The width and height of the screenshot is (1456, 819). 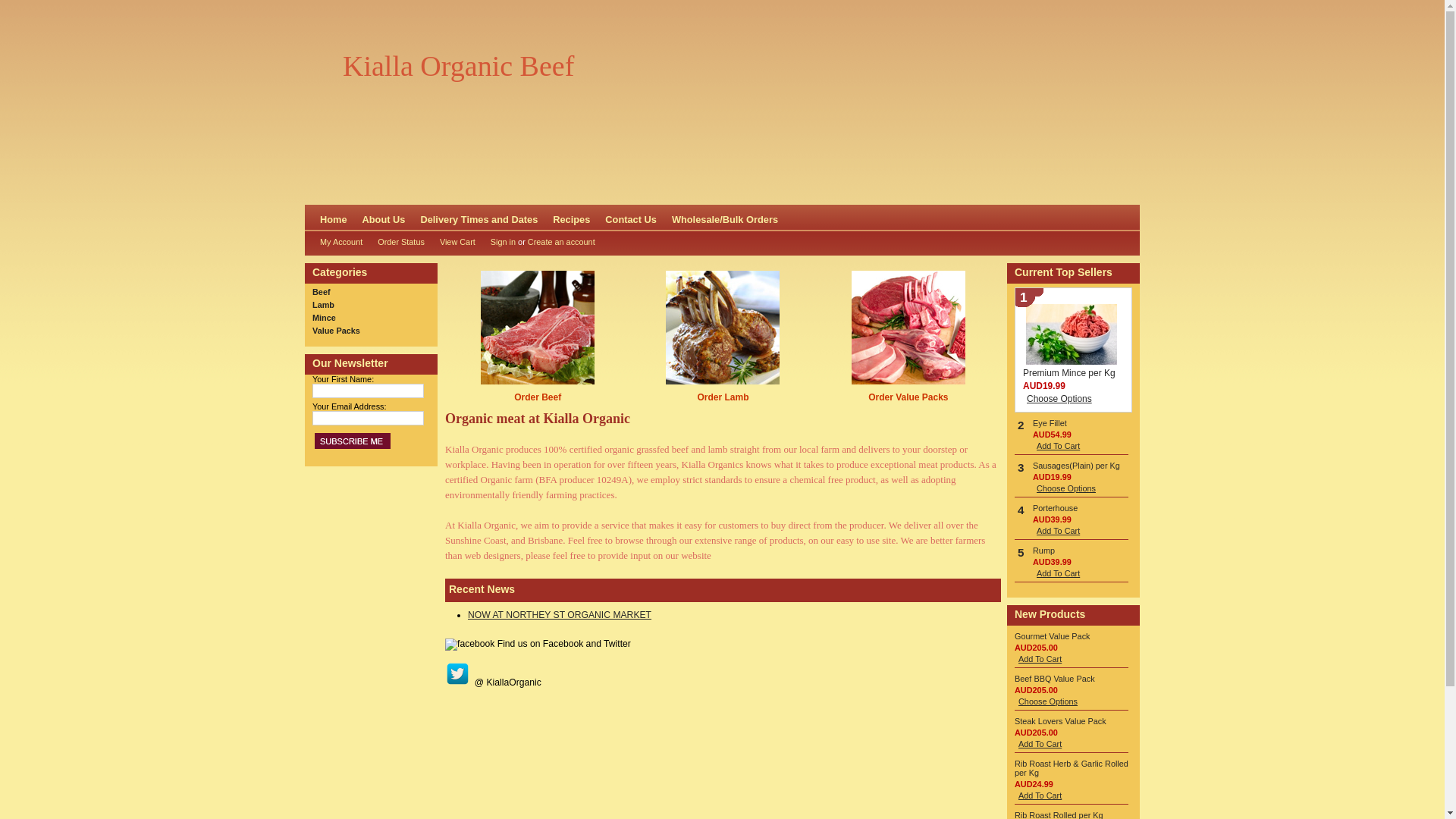 I want to click on 'Add To Cart', so click(x=1057, y=529).